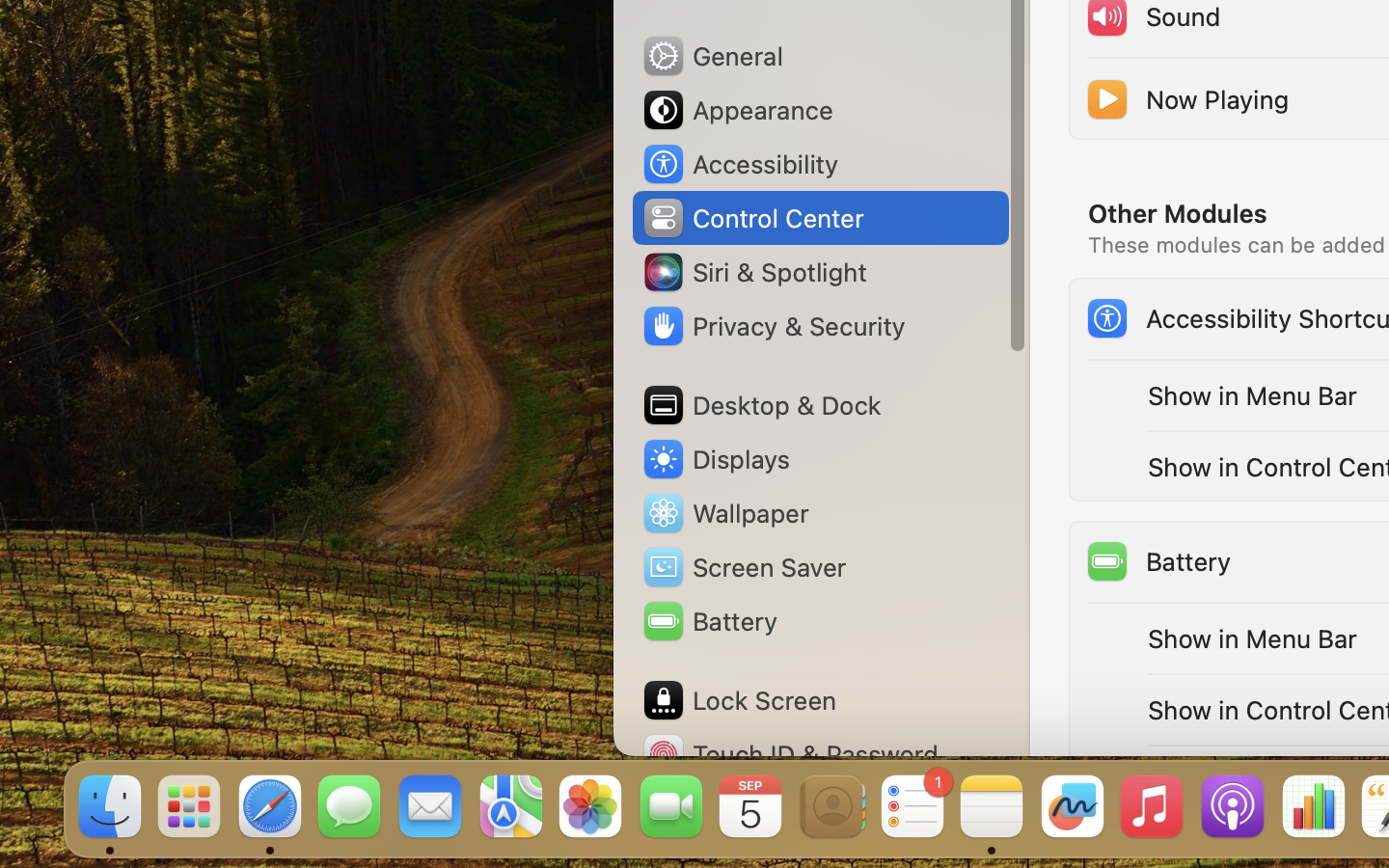 The width and height of the screenshot is (1389, 868). What do you see at coordinates (1157, 561) in the screenshot?
I see `'Battery'` at bounding box center [1157, 561].